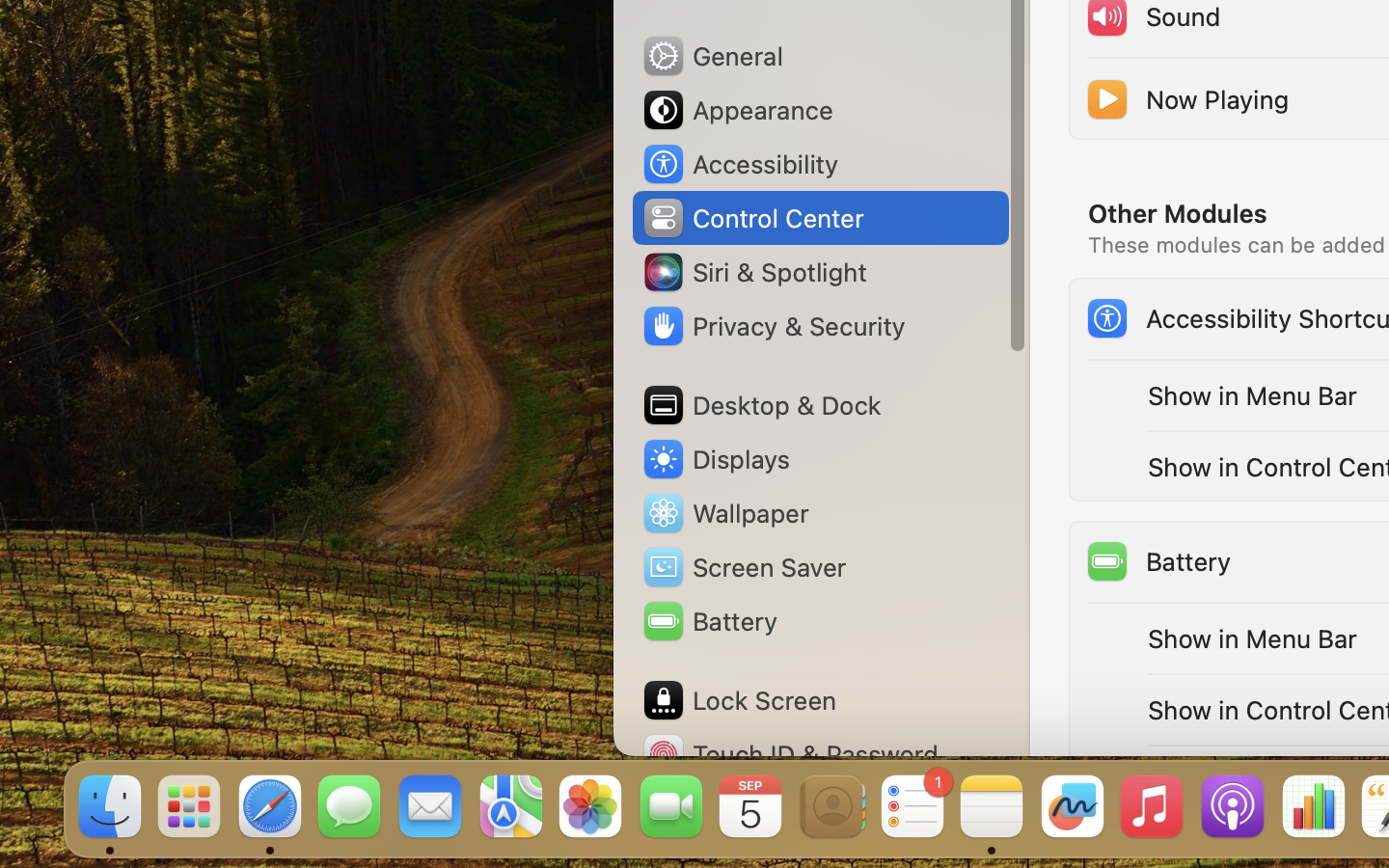 The width and height of the screenshot is (1389, 868). What do you see at coordinates (1157, 561) in the screenshot?
I see `'Battery'` at bounding box center [1157, 561].